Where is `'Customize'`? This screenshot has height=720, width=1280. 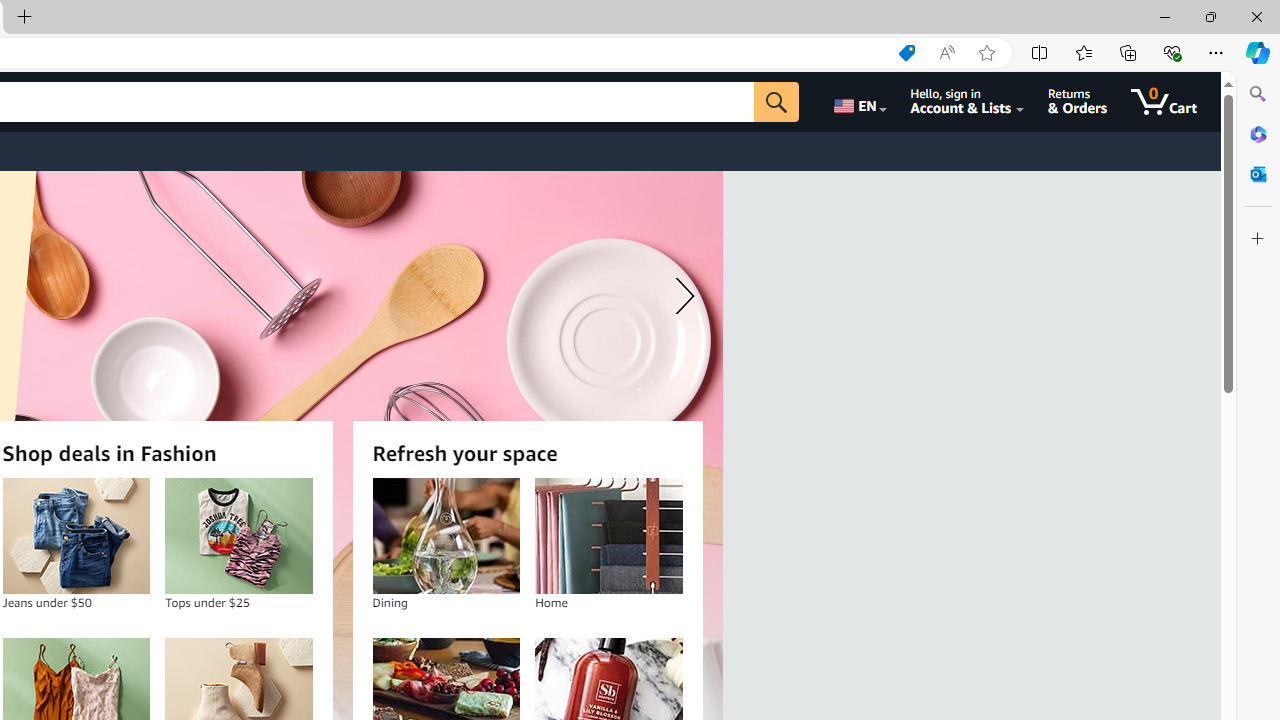 'Customize' is located at coordinates (1257, 238).